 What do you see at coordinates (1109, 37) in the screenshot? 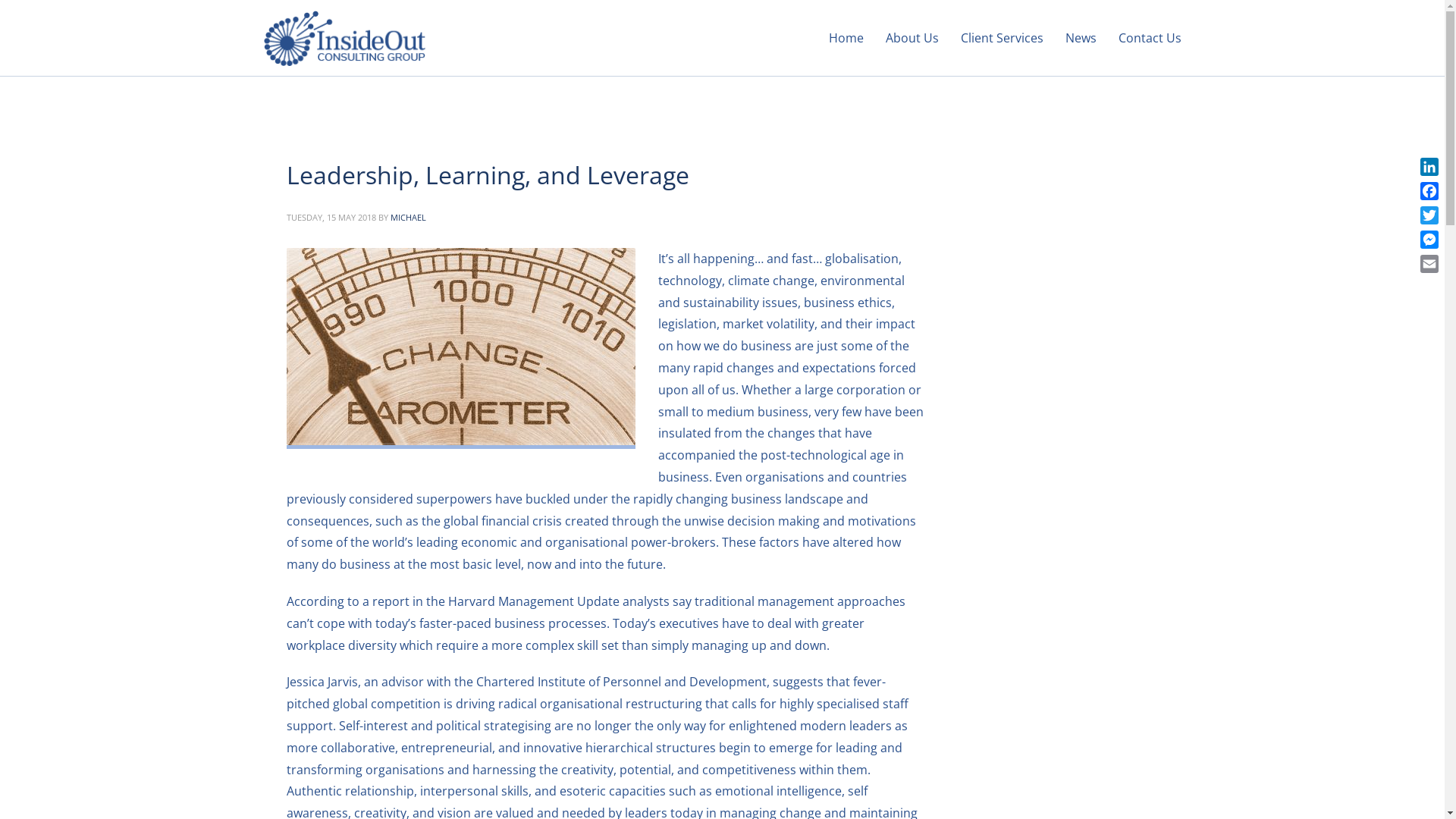
I see `'Contact Us'` at bounding box center [1109, 37].